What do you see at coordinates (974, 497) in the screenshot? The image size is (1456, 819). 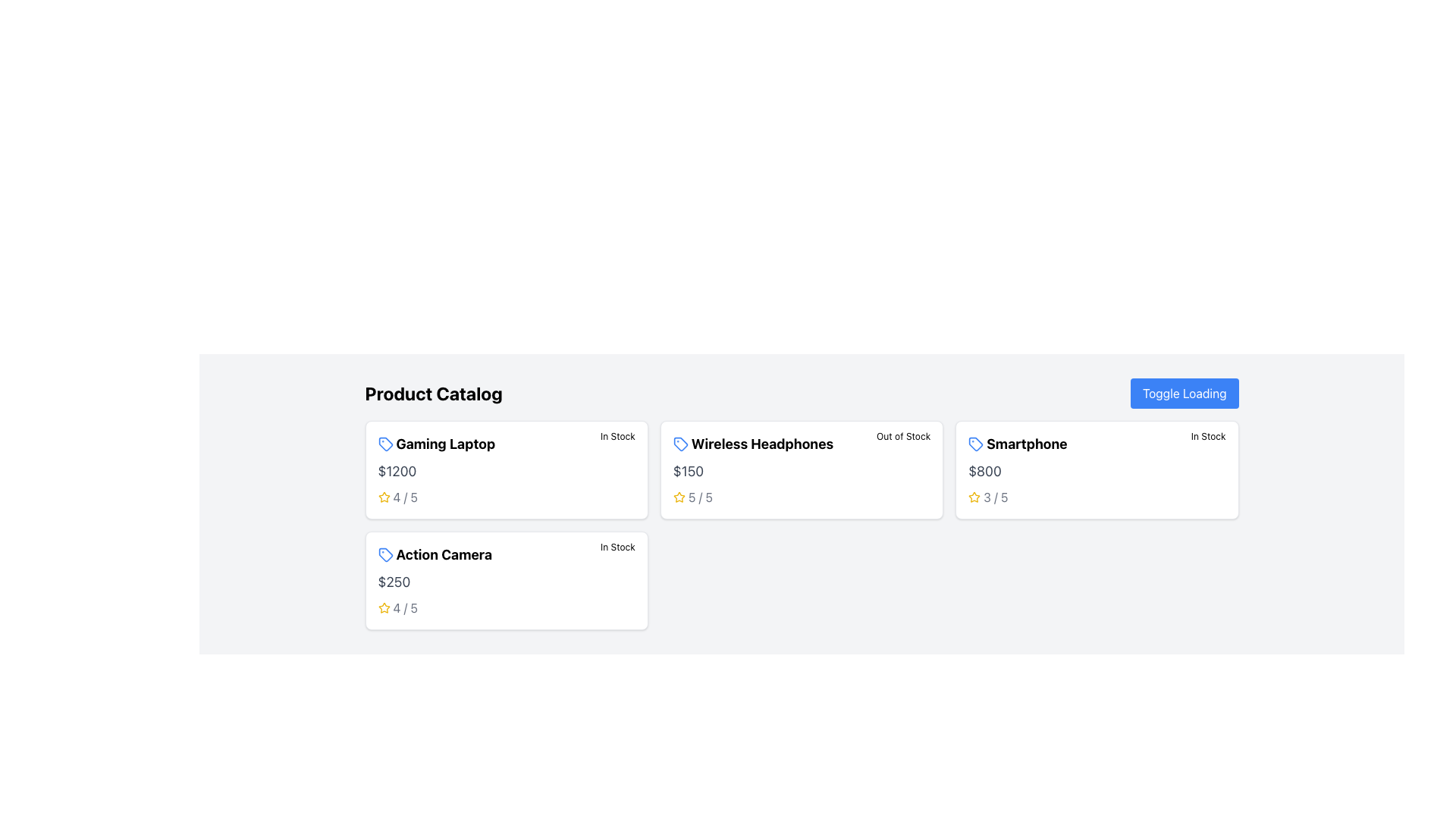 I see `the star icon representing the rating of '3 / 5' for the 'Smartphone' product, located in the fourth product card from the left` at bounding box center [974, 497].